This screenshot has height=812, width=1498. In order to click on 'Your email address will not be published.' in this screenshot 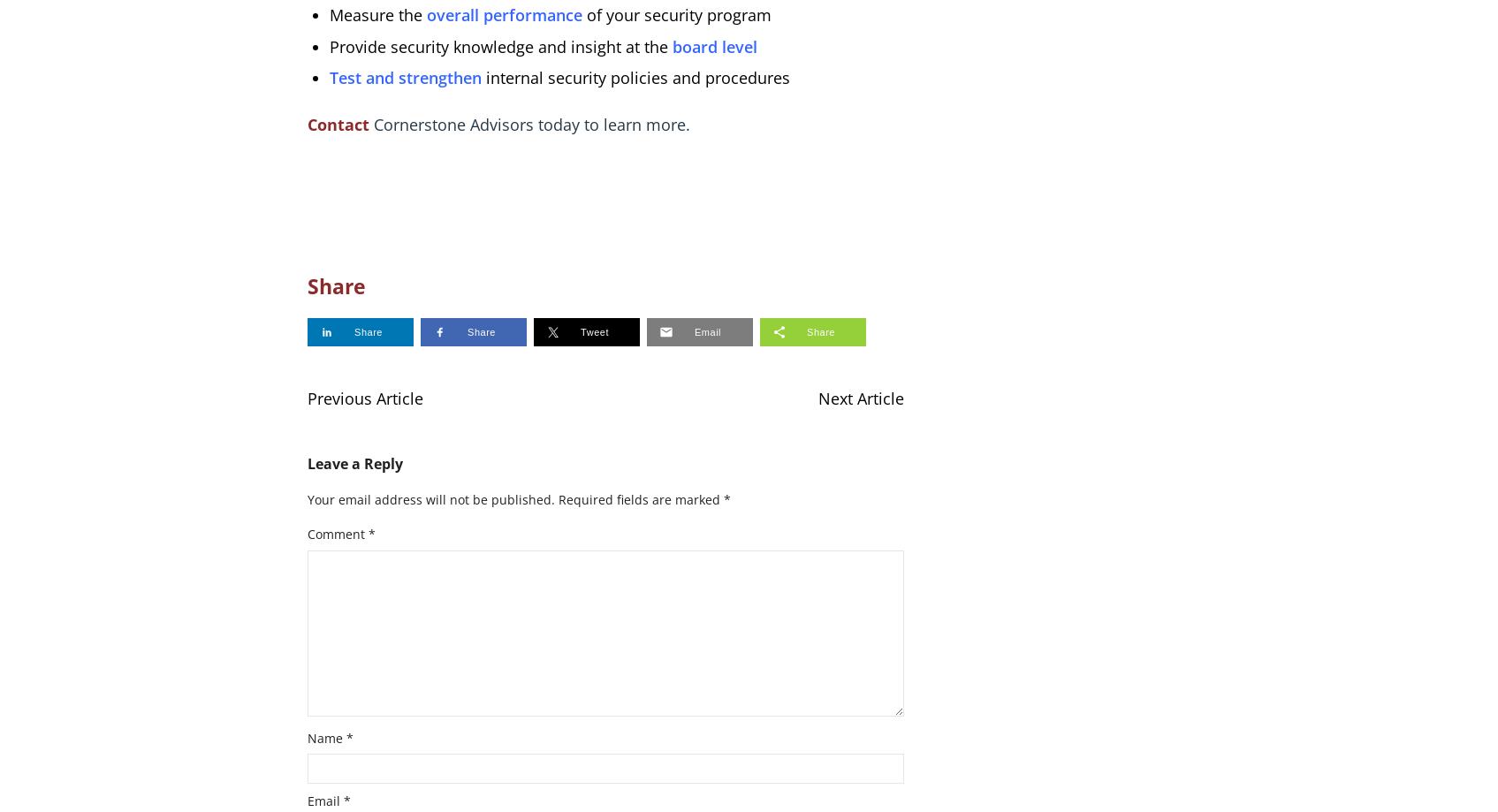, I will do `click(429, 498)`.